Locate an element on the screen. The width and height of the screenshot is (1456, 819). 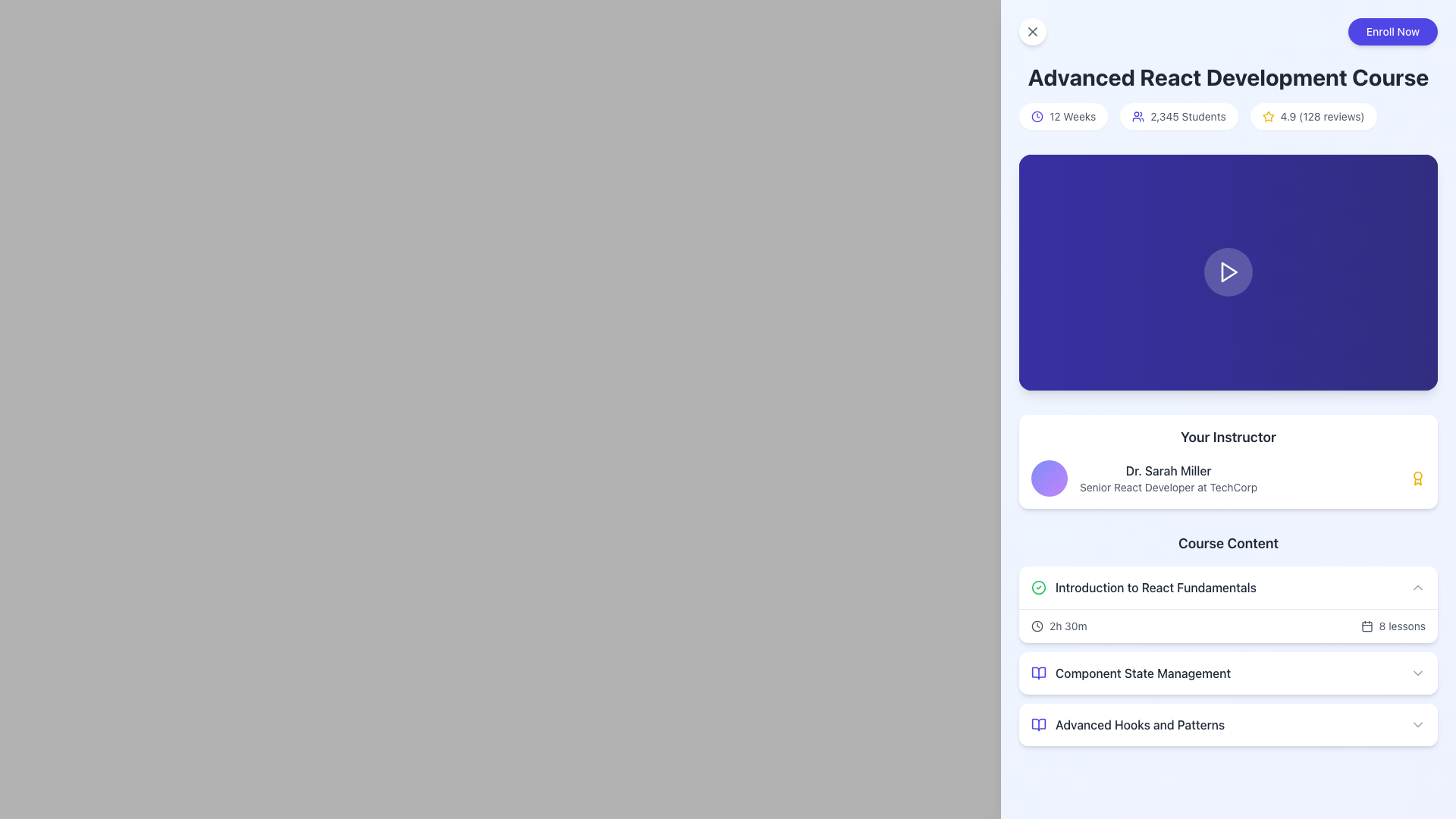
the yellow award icon located in the 'Your Instructor' panel, immediately following the text 'Dr. Sarah Miller Senior React Developer at TechCorp' is located at coordinates (1417, 476).